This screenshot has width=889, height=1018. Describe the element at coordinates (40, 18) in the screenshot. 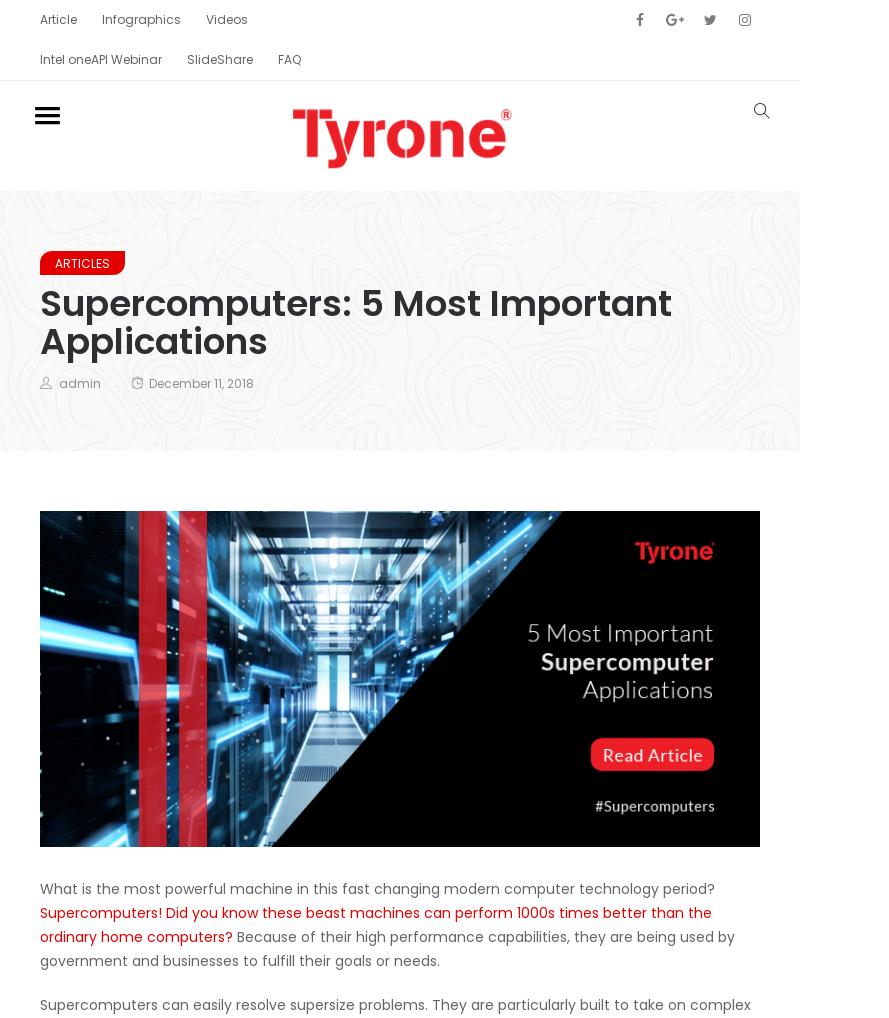

I see `'Article'` at that location.